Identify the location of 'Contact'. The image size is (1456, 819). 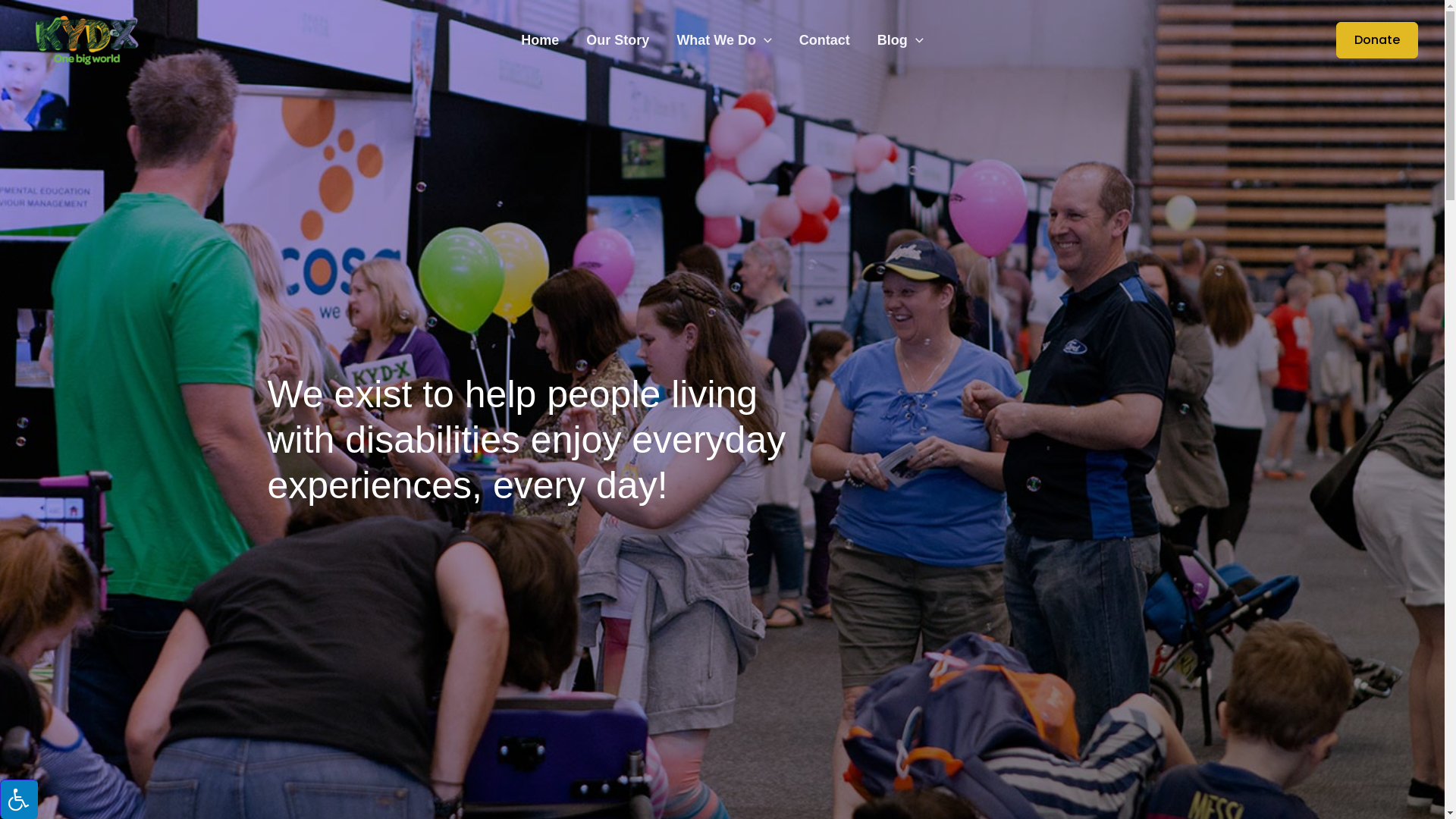
(824, 39).